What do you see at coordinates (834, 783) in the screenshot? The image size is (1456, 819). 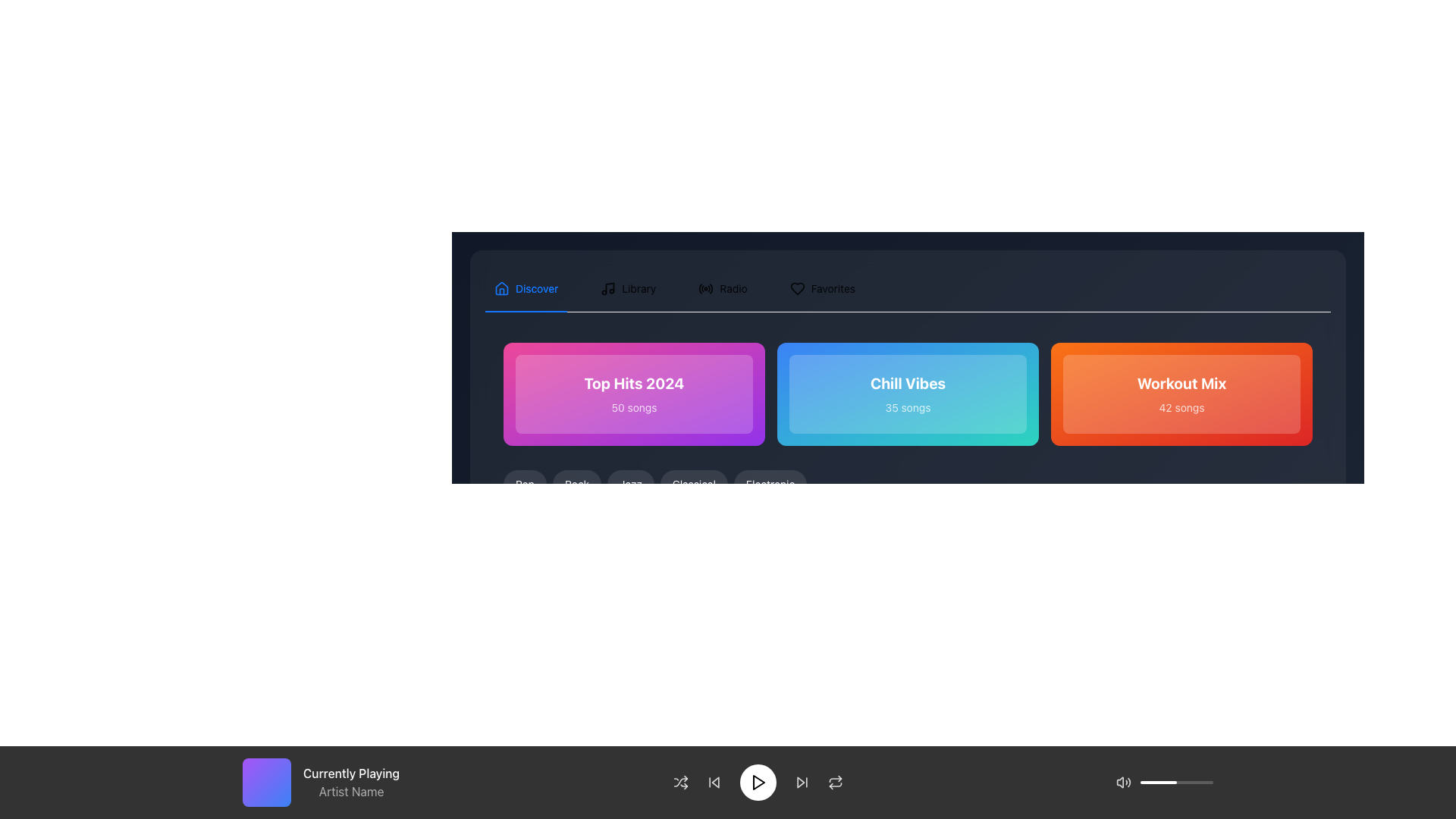 I see `the repeat button located at the bottom-right corner of the interface` at bounding box center [834, 783].